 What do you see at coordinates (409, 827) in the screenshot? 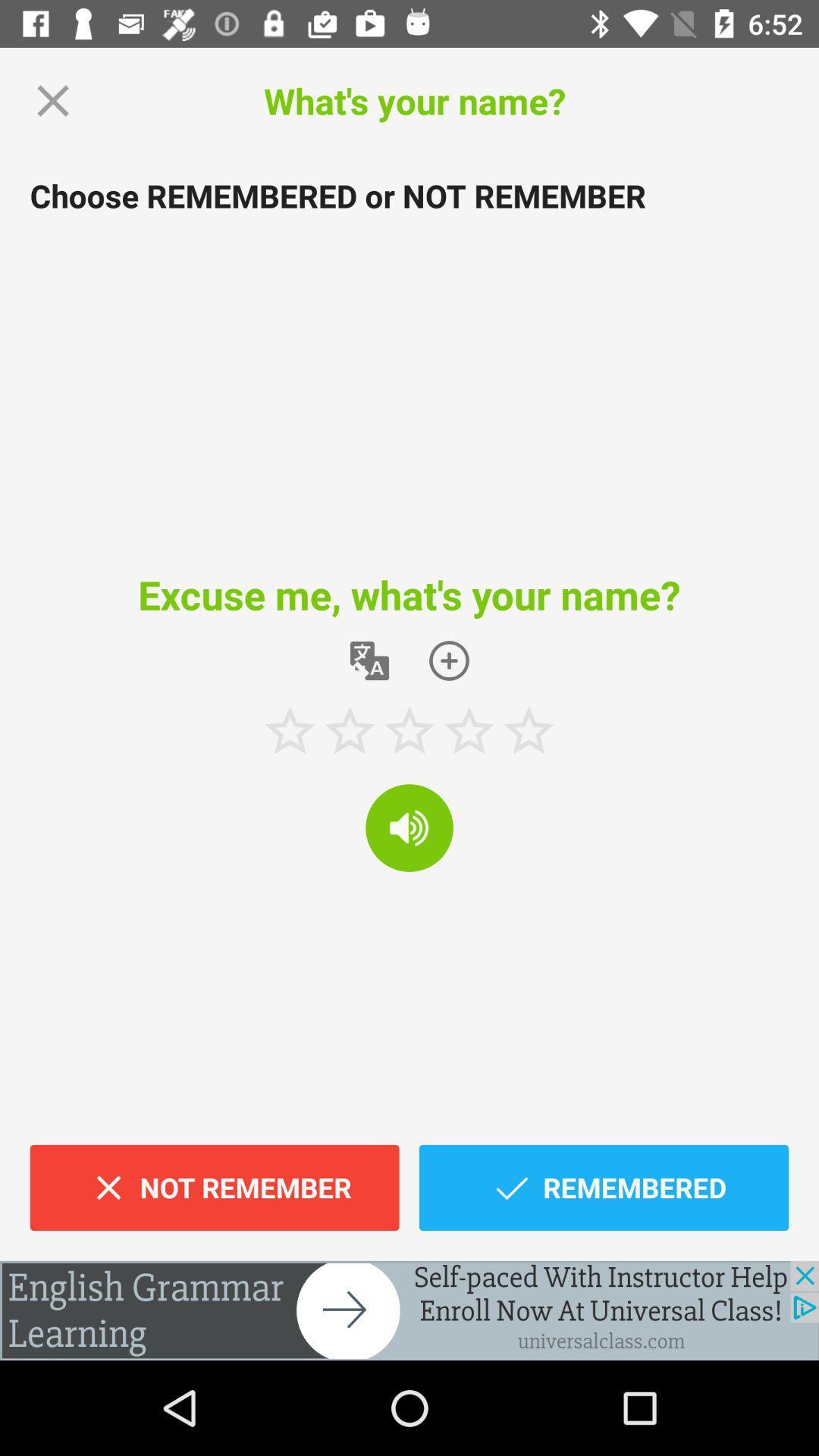
I see `the volume icon` at bounding box center [409, 827].